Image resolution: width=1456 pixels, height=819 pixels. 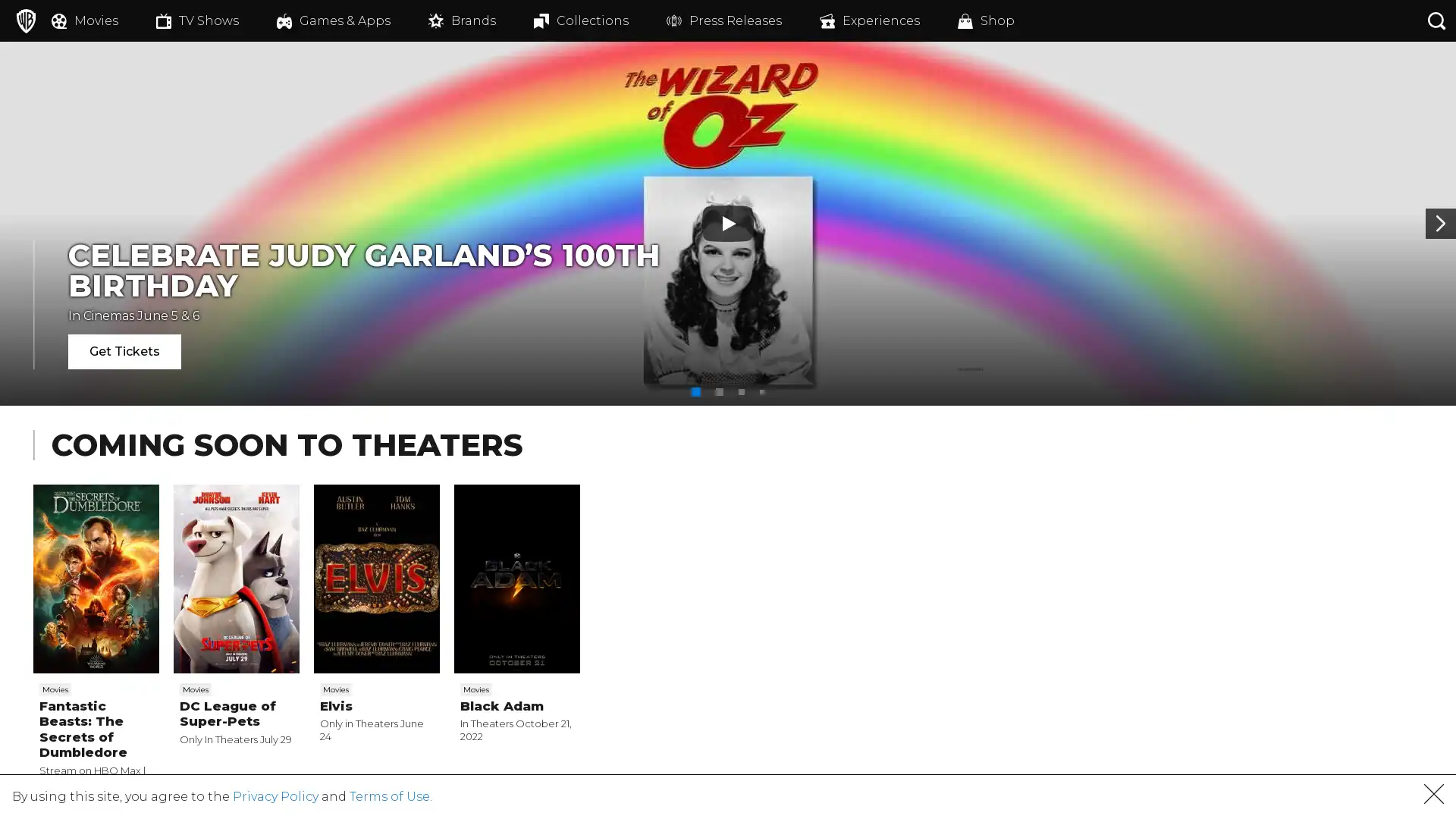 What do you see at coordinates (719, 391) in the screenshot?
I see `Banner 2` at bounding box center [719, 391].